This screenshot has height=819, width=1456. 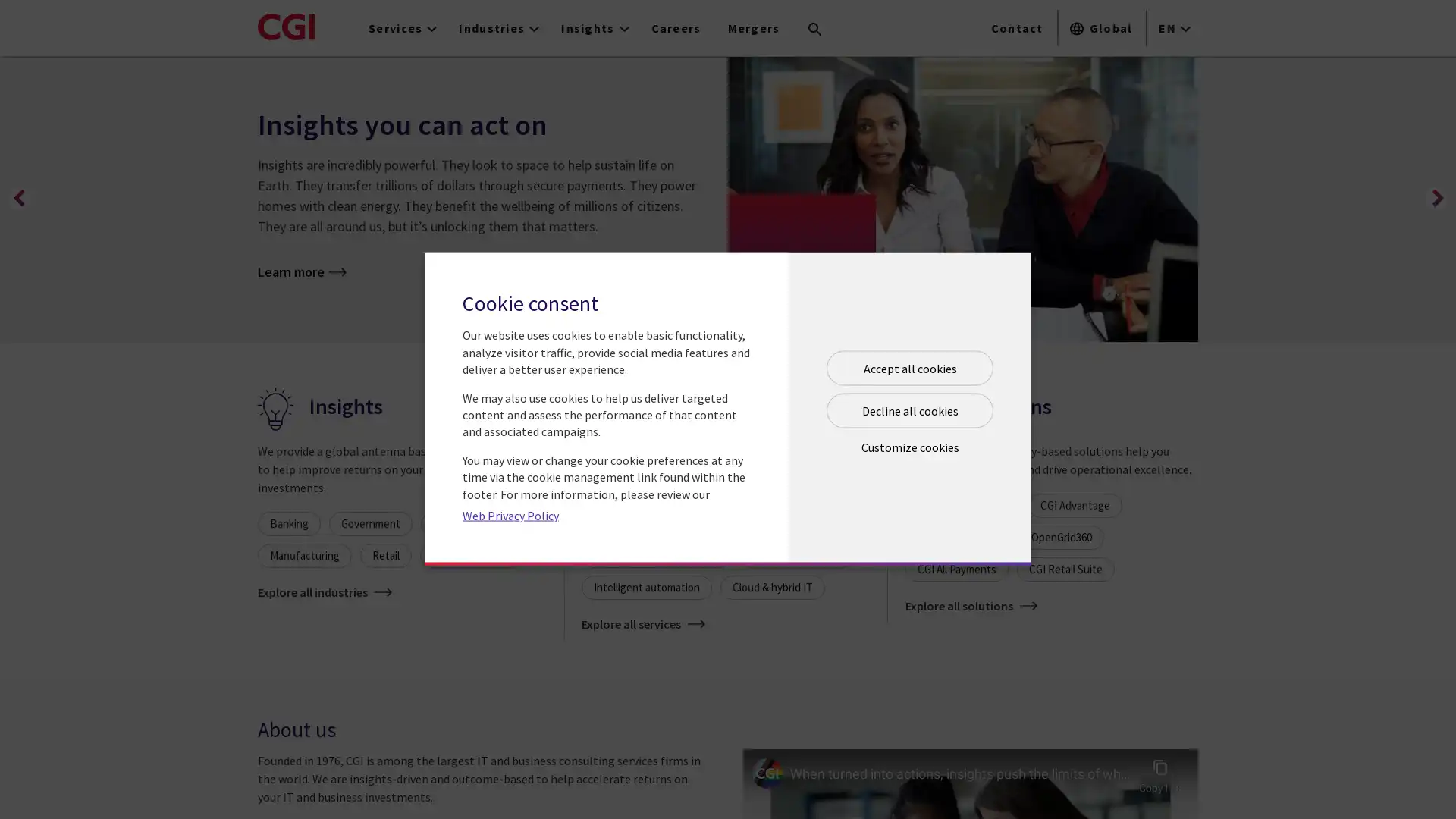 What do you see at coordinates (19, 197) in the screenshot?
I see `Previous` at bounding box center [19, 197].